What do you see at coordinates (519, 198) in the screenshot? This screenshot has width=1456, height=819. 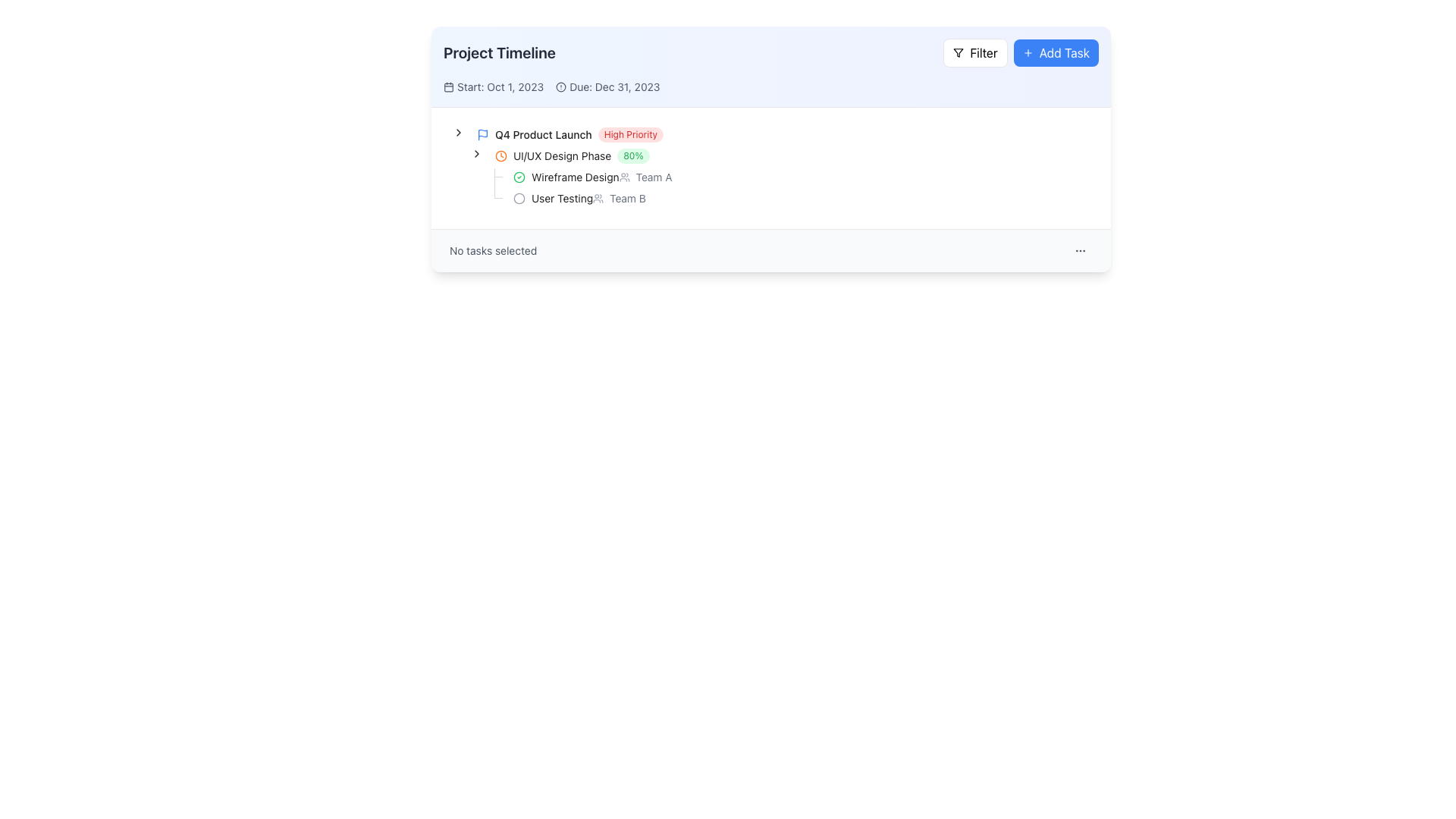 I see `small circular icon with a gray stroke located to the left of the text 'User Testing' in the task list` at bounding box center [519, 198].